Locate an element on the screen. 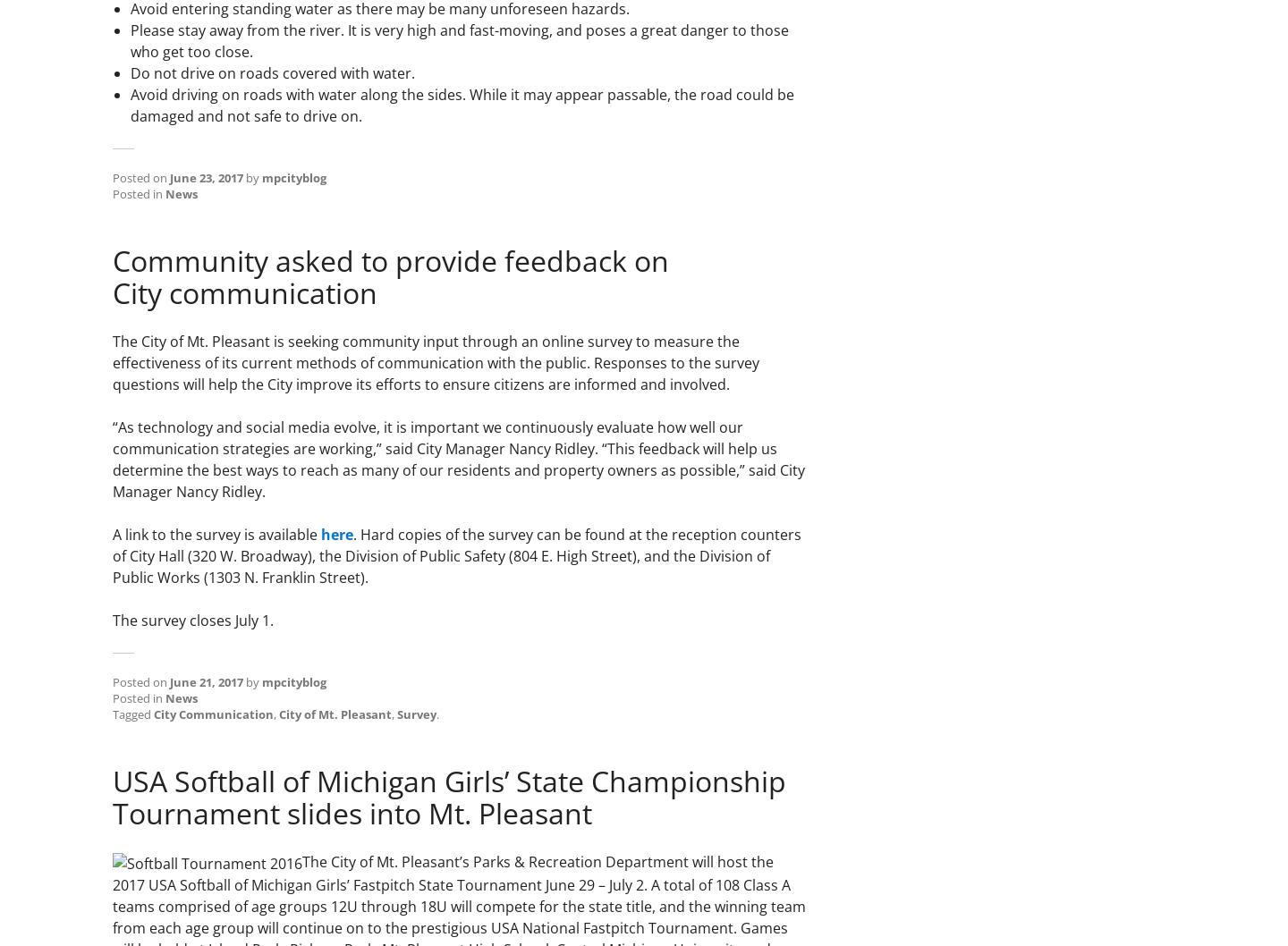 This screenshot has height=946, width=1288. 'A link to the survey is available' is located at coordinates (216, 534).